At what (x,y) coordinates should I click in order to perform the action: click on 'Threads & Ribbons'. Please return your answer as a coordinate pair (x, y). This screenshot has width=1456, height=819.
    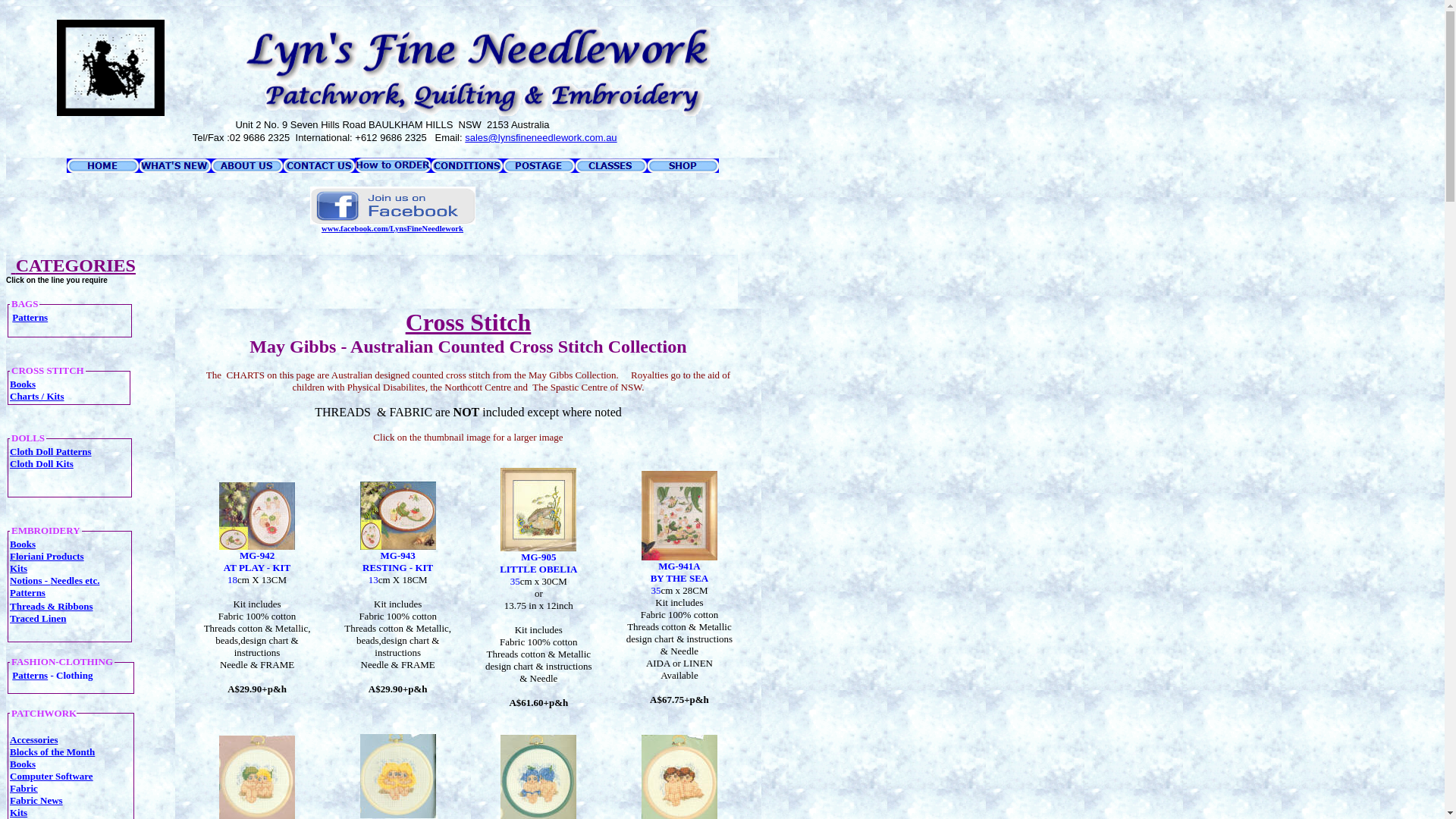
    Looking at the image, I should click on (51, 605).